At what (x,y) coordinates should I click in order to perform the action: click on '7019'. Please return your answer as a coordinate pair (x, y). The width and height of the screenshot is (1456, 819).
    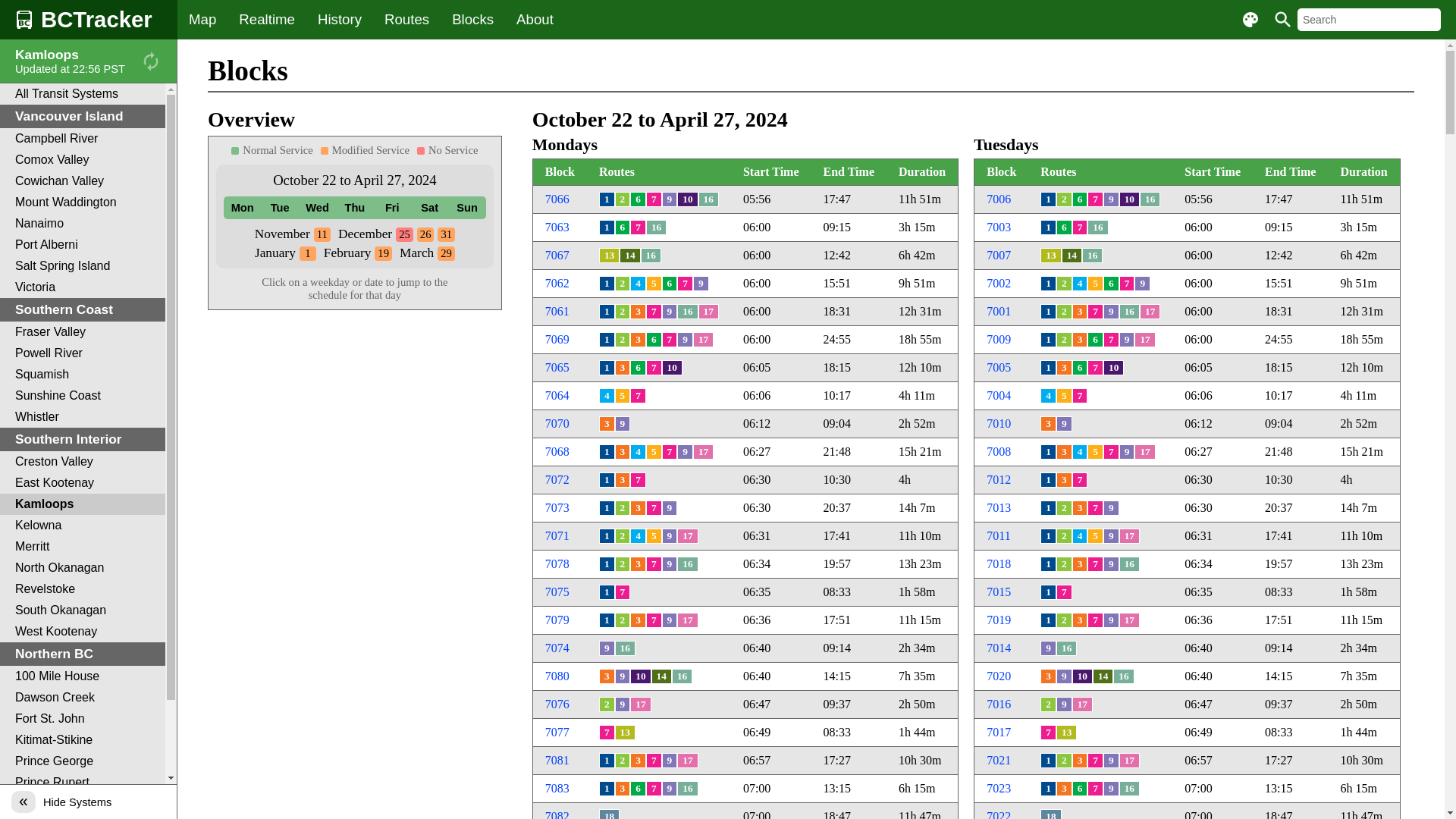
    Looking at the image, I should click on (998, 620).